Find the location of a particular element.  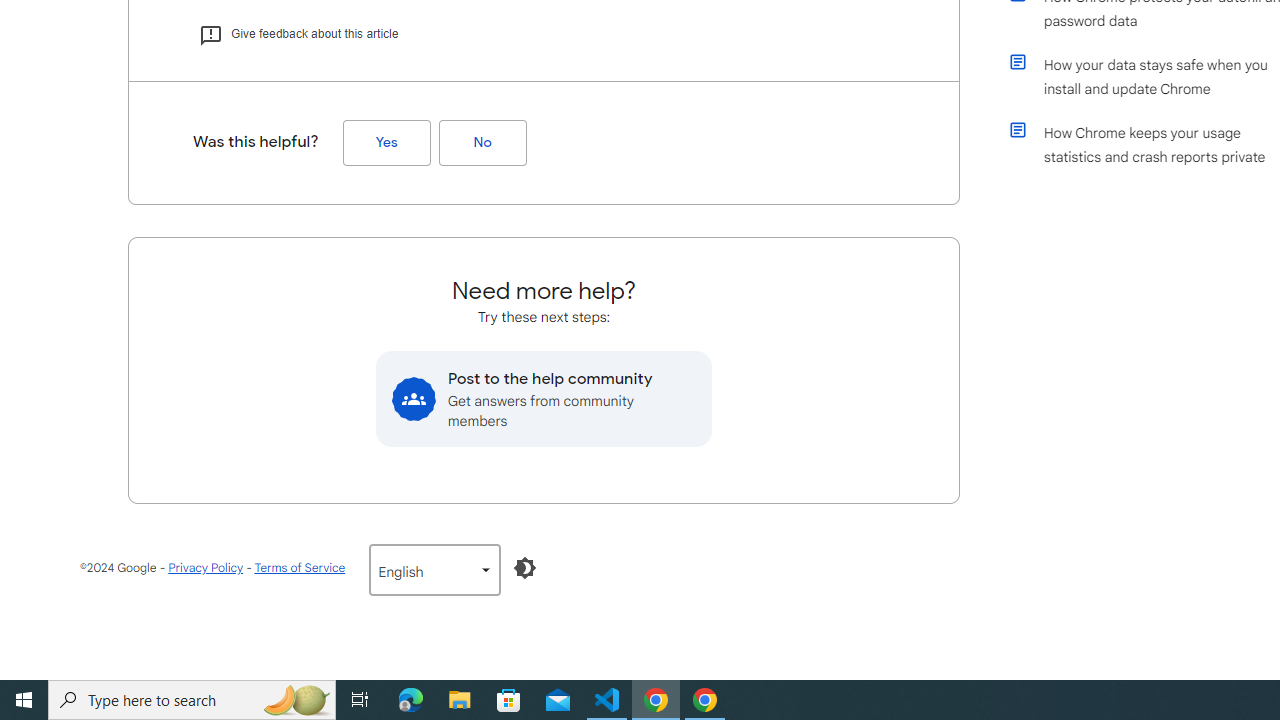

'Give feedback about this article' is located at coordinates (297, 33).